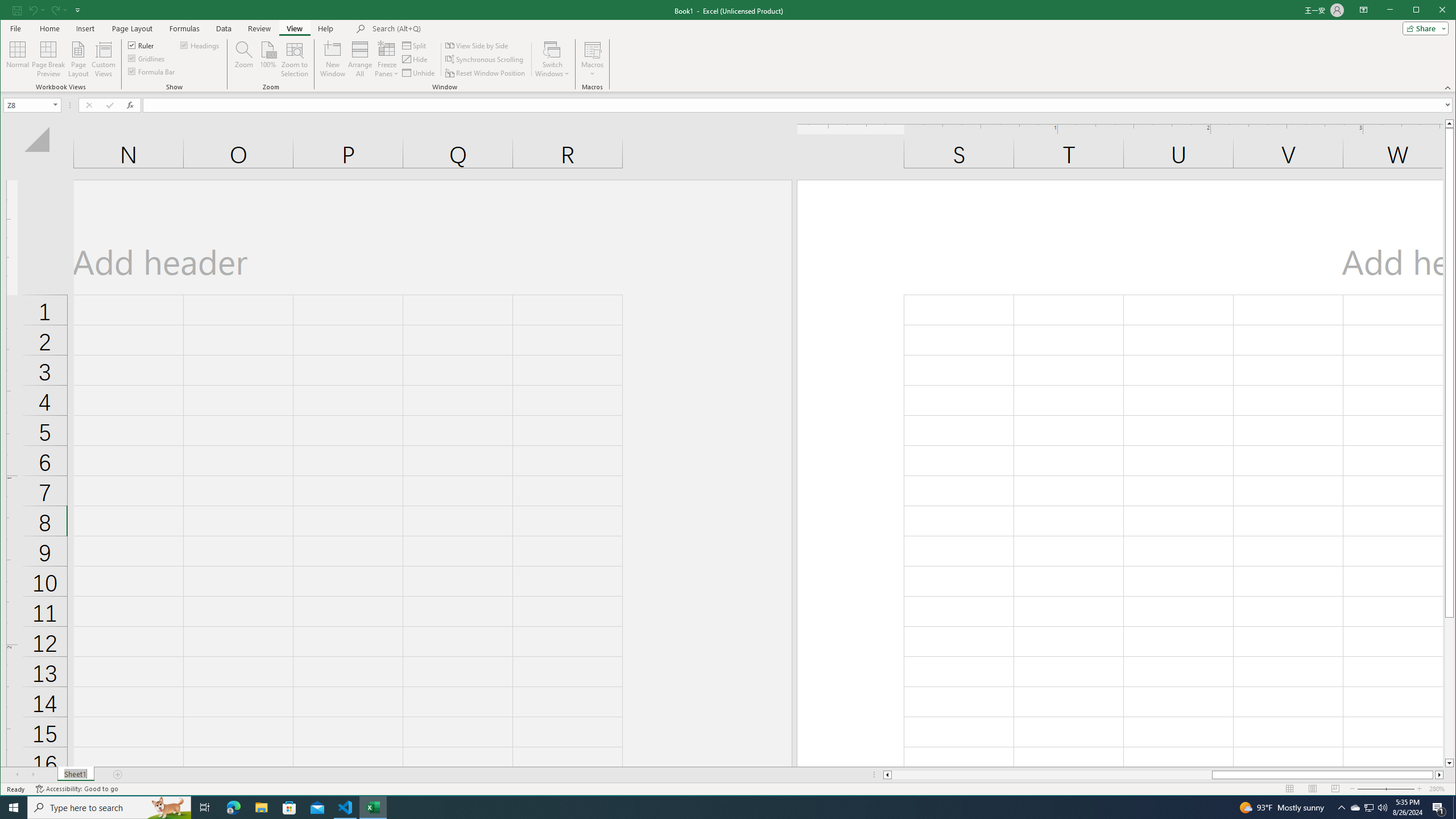 The image size is (1456, 819). I want to click on 'Add Sheet', so click(118, 775).